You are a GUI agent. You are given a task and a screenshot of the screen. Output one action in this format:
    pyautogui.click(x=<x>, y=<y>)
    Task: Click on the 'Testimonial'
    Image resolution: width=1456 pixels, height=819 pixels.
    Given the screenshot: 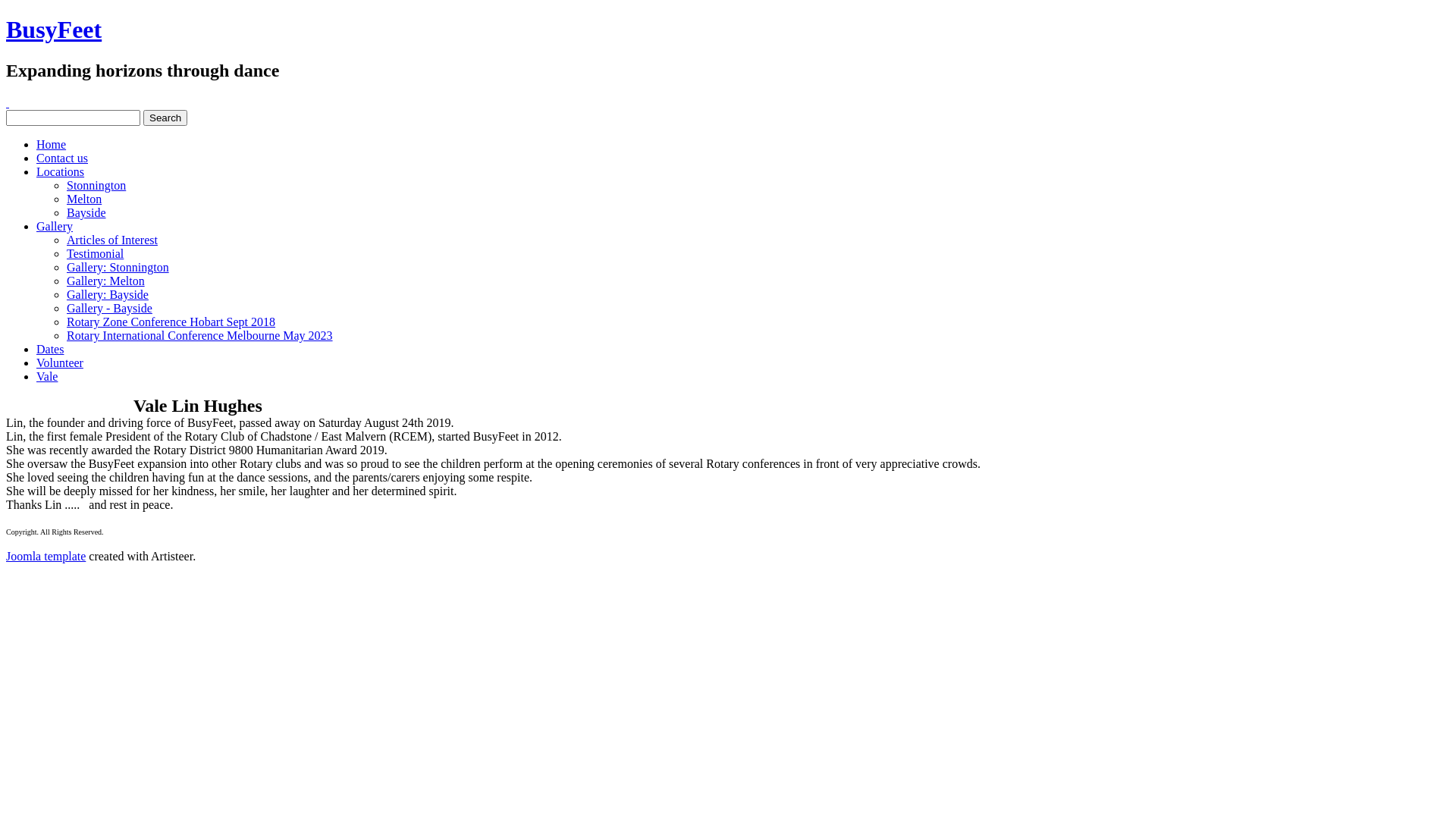 What is the action you would take?
    pyautogui.click(x=65, y=253)
    